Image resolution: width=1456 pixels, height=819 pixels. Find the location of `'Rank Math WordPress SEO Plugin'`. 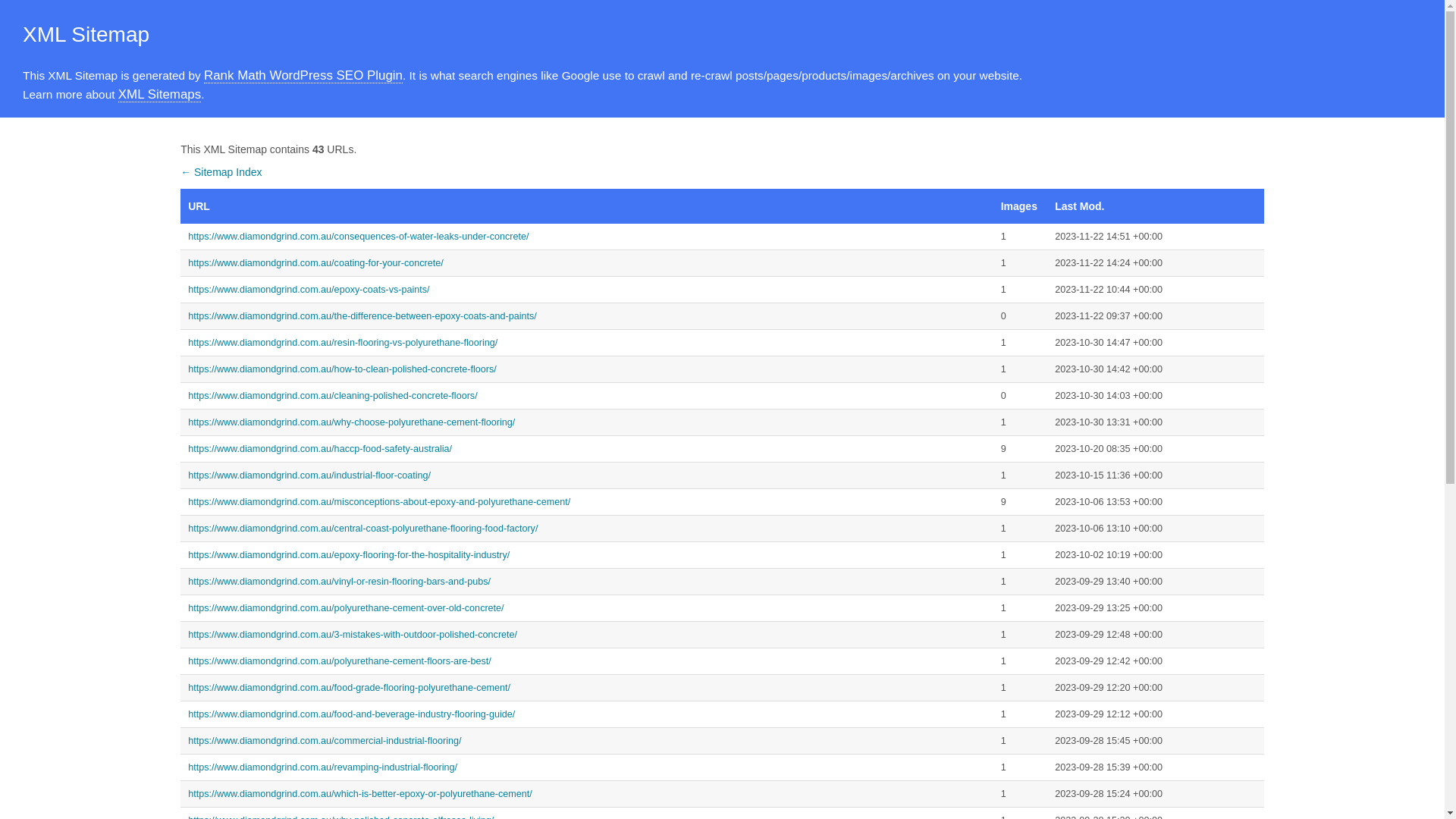

'Rank Math WordPress SEO Plugin' is located at coordinates (303, 76).